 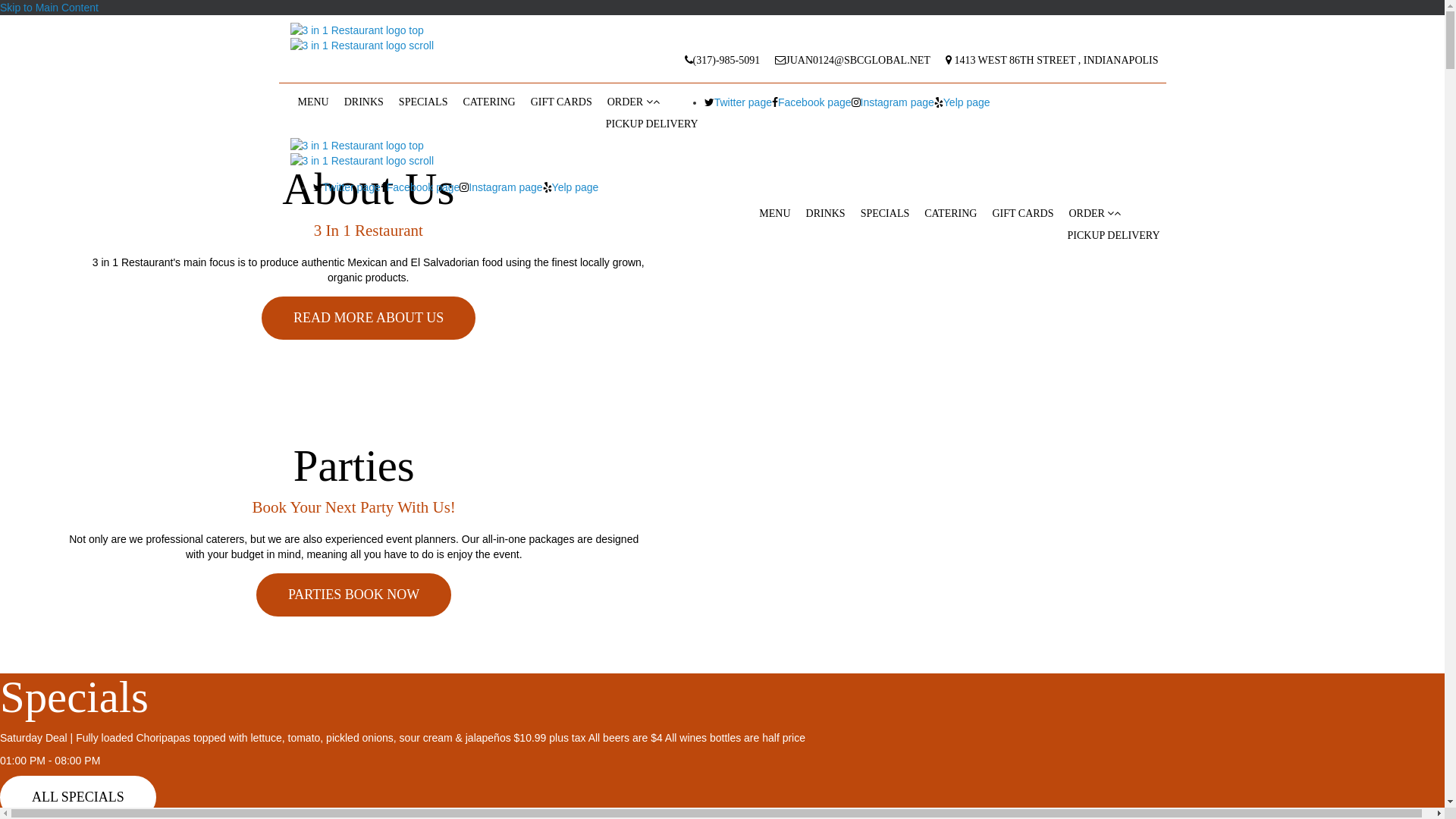 What do you see at coordinates (676, 60) in the screenshot?
I see `'(317)-985-5091'` at bounding box center [676, 60].